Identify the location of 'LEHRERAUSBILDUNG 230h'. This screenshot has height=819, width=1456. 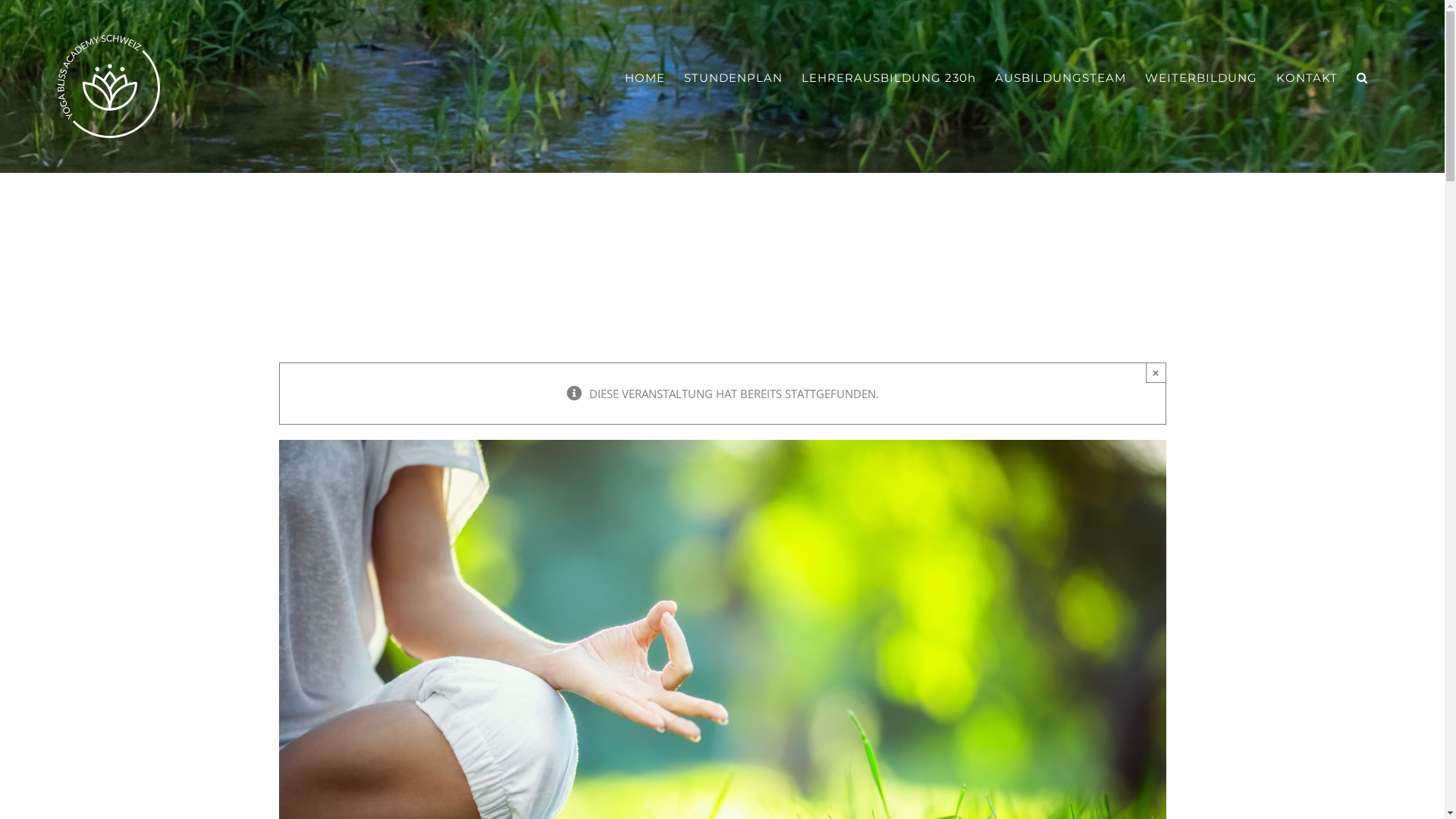
(888, 77).